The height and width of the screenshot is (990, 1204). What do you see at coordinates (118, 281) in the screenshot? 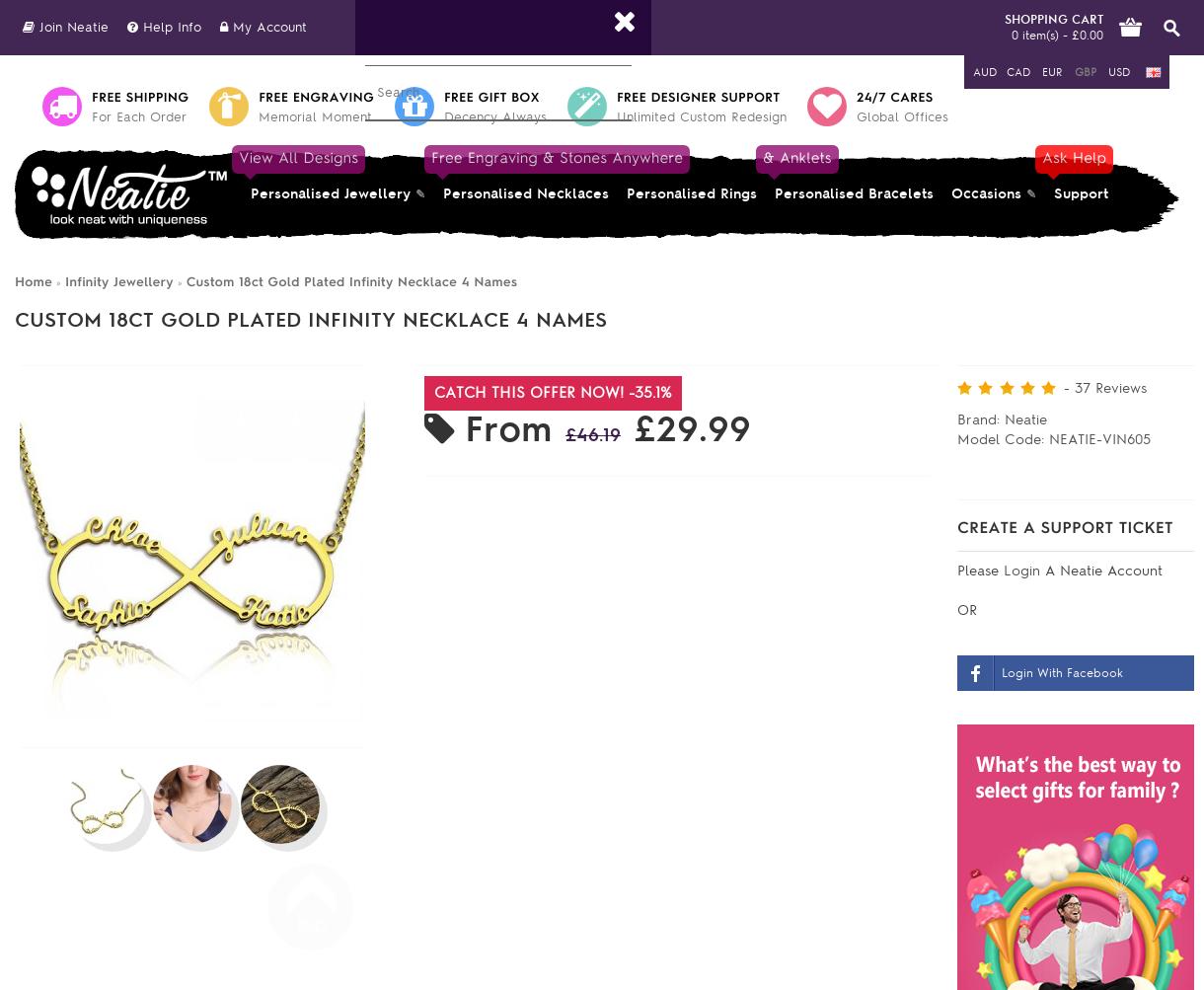
I see `'Infinity Jewellery'` at bounding box center [118, 281].